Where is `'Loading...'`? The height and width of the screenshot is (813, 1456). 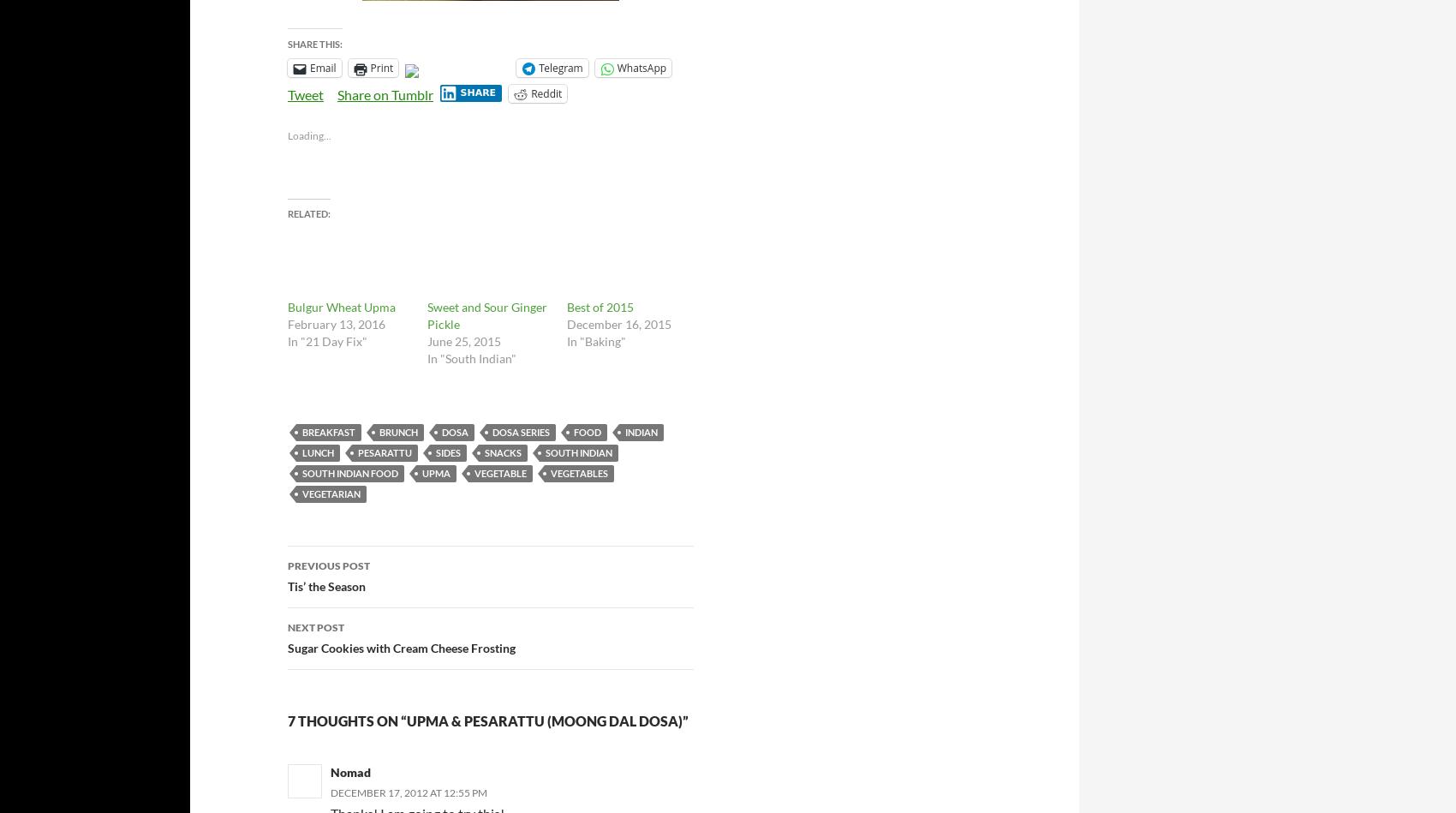 'Loading...' is located at coordinates (286, 135).